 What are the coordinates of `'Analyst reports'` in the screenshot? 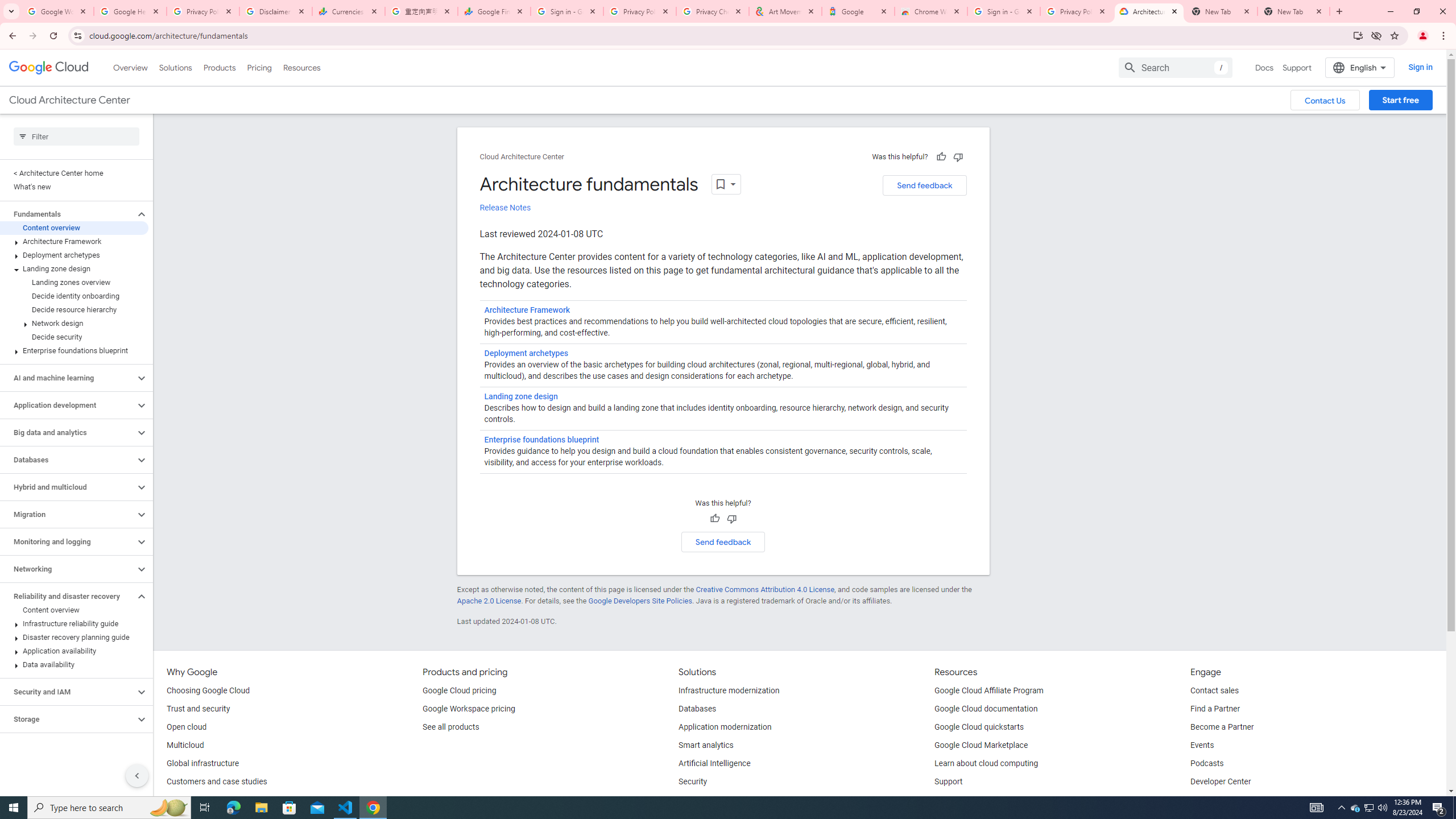 It's located at (193, 799).